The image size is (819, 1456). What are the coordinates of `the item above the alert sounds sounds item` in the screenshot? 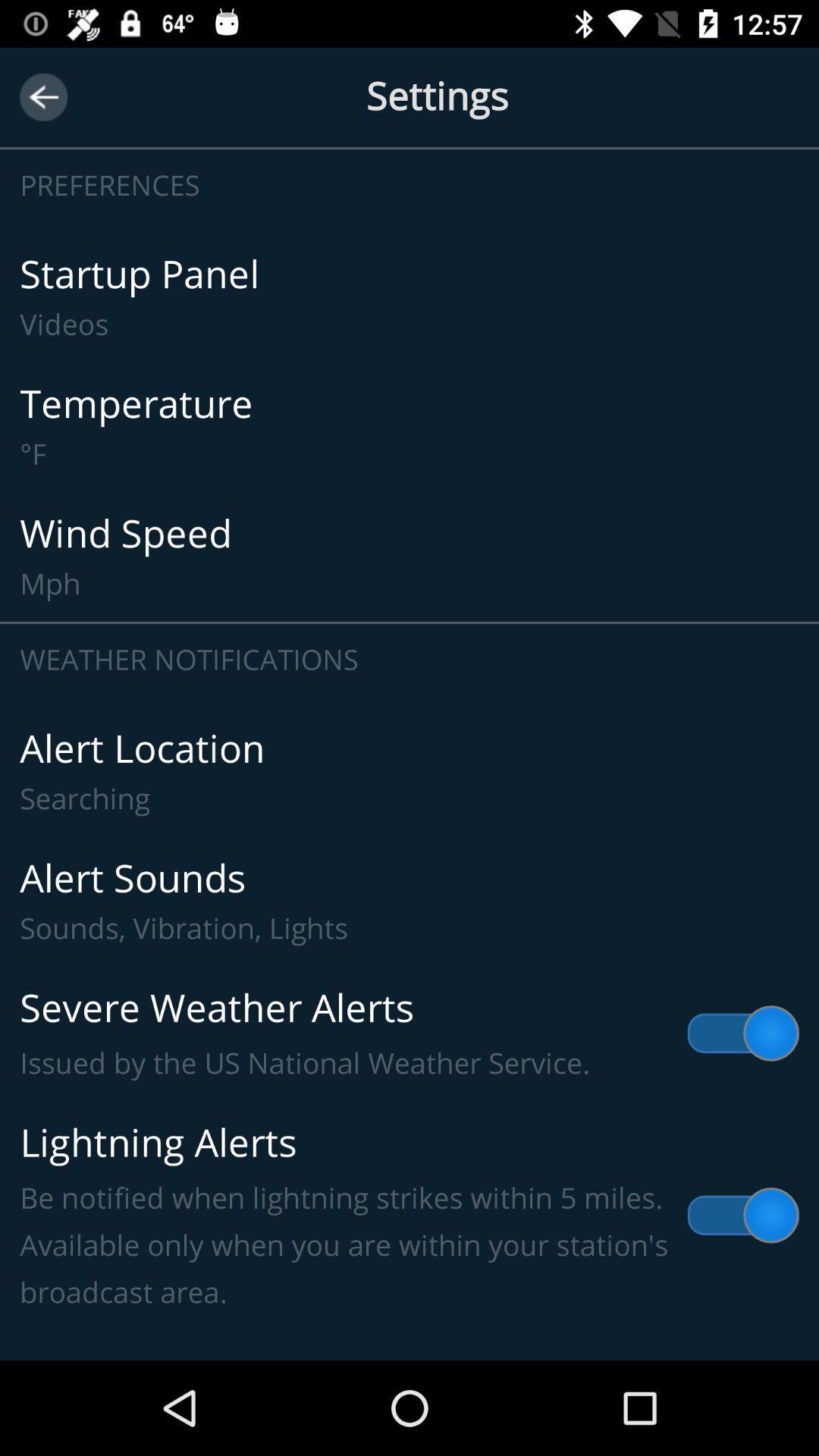 It's located at (409, 771).